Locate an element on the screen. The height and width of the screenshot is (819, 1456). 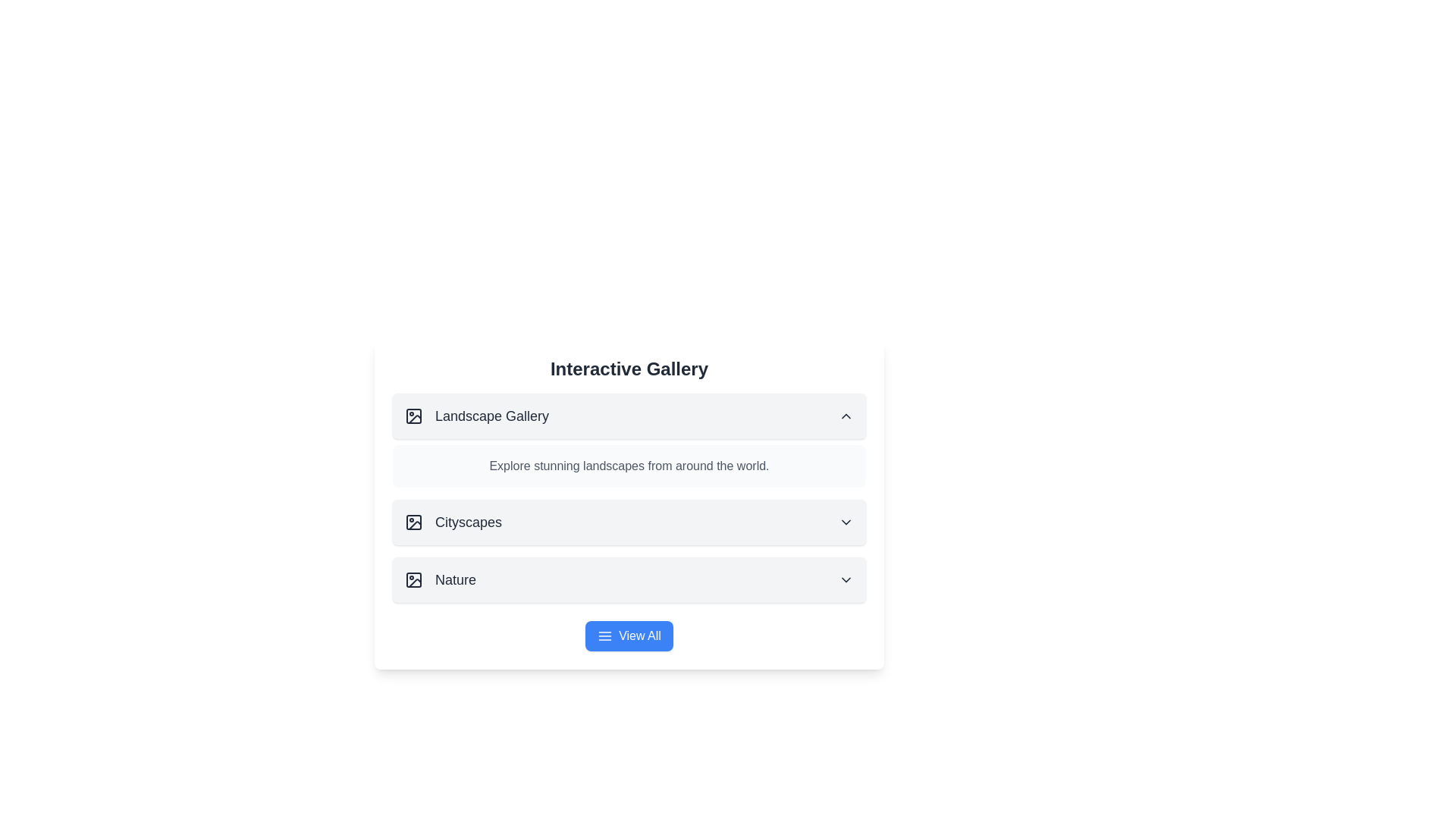
the Dropdown Toggle Icon is located at coordinates (846, 579).